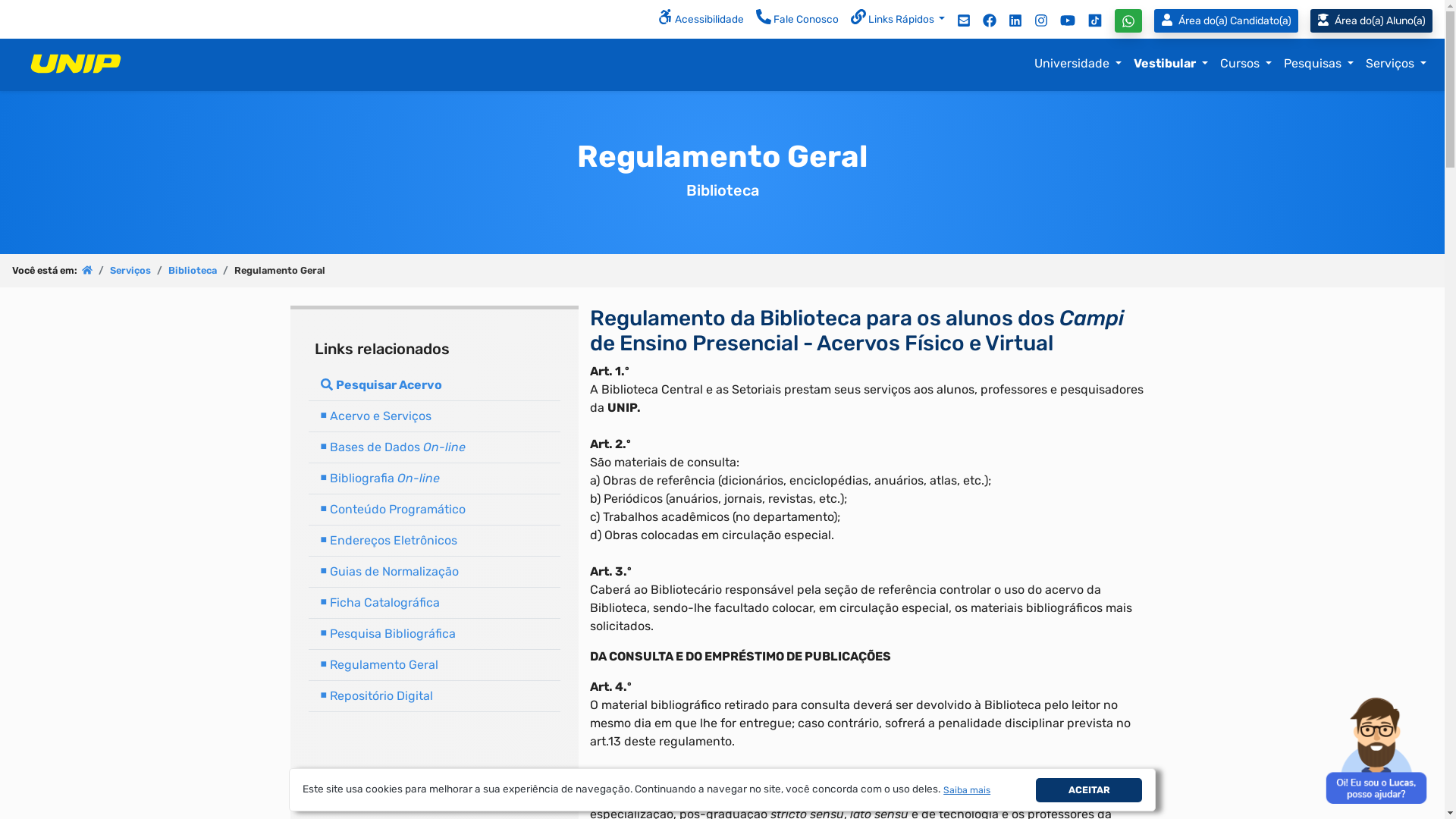  What do you see at coordinates (1095, 20) in the screenshot?
I see `'Siga a UNIP no TikTok da UNIP'` at bounding box center [1095, 20].